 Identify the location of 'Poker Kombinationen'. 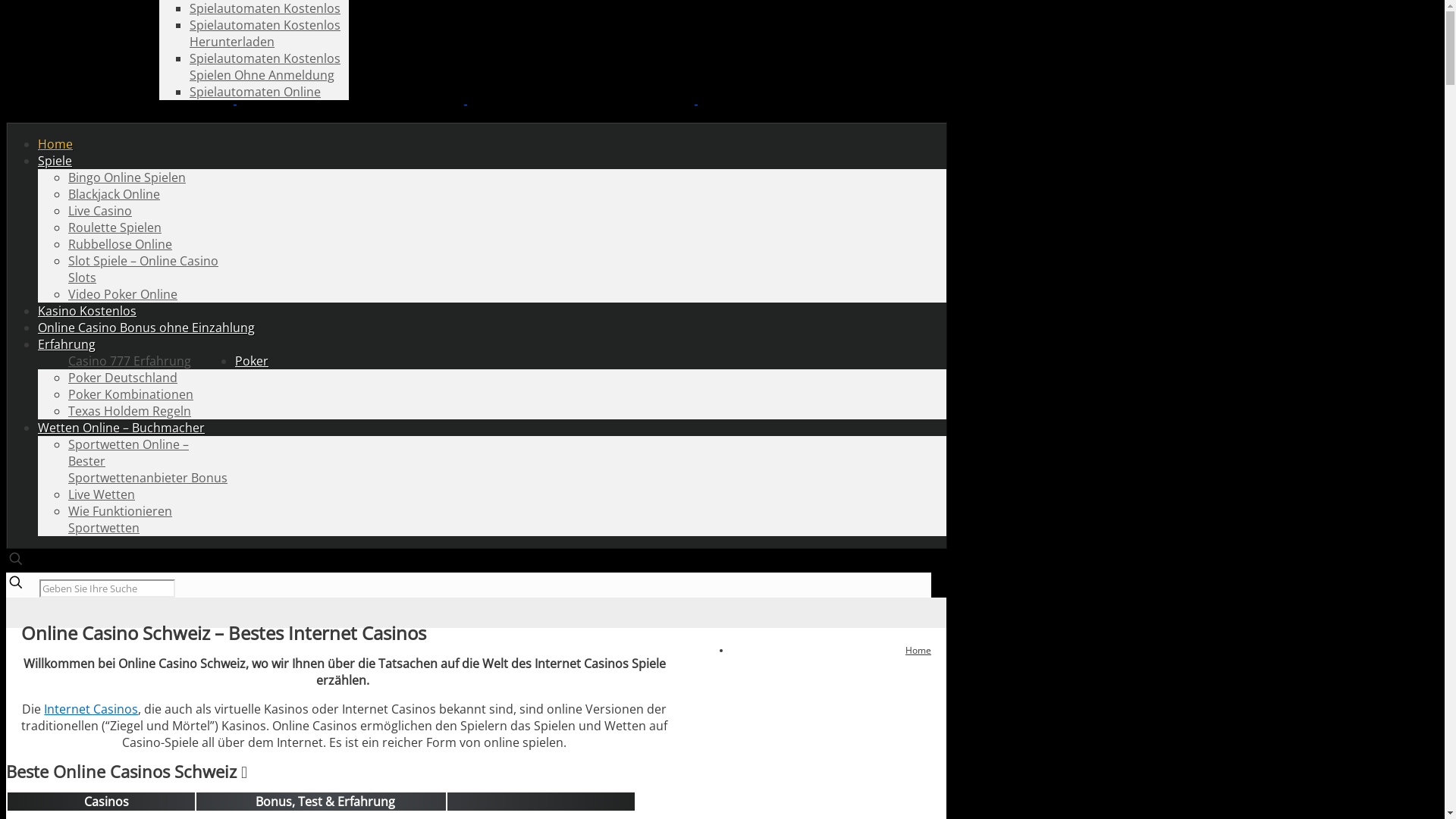
(130, 394).